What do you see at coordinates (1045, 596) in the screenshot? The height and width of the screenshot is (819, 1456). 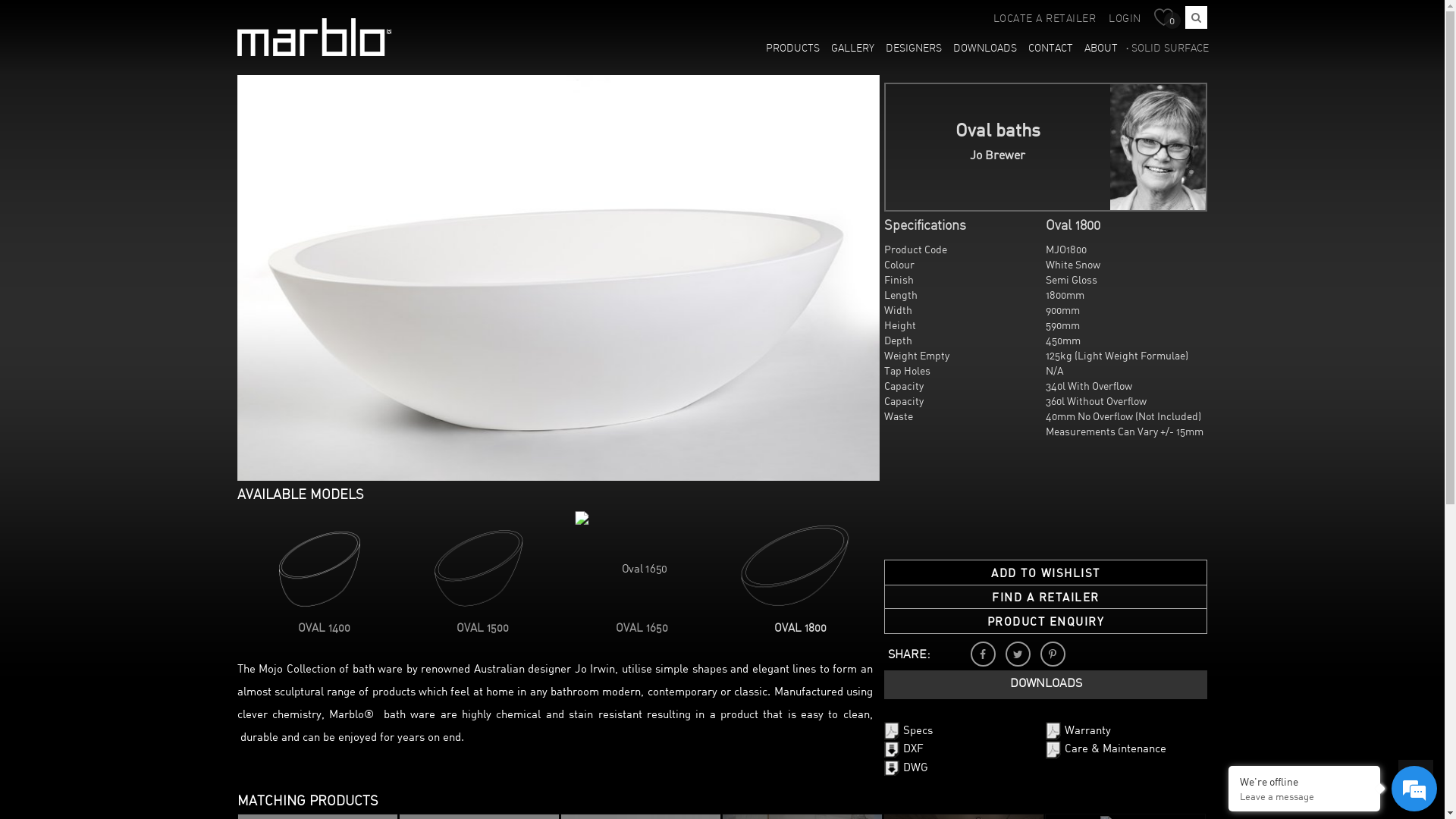 I see `'FIND A RETAILER'` at bounding box center [1045, 596].